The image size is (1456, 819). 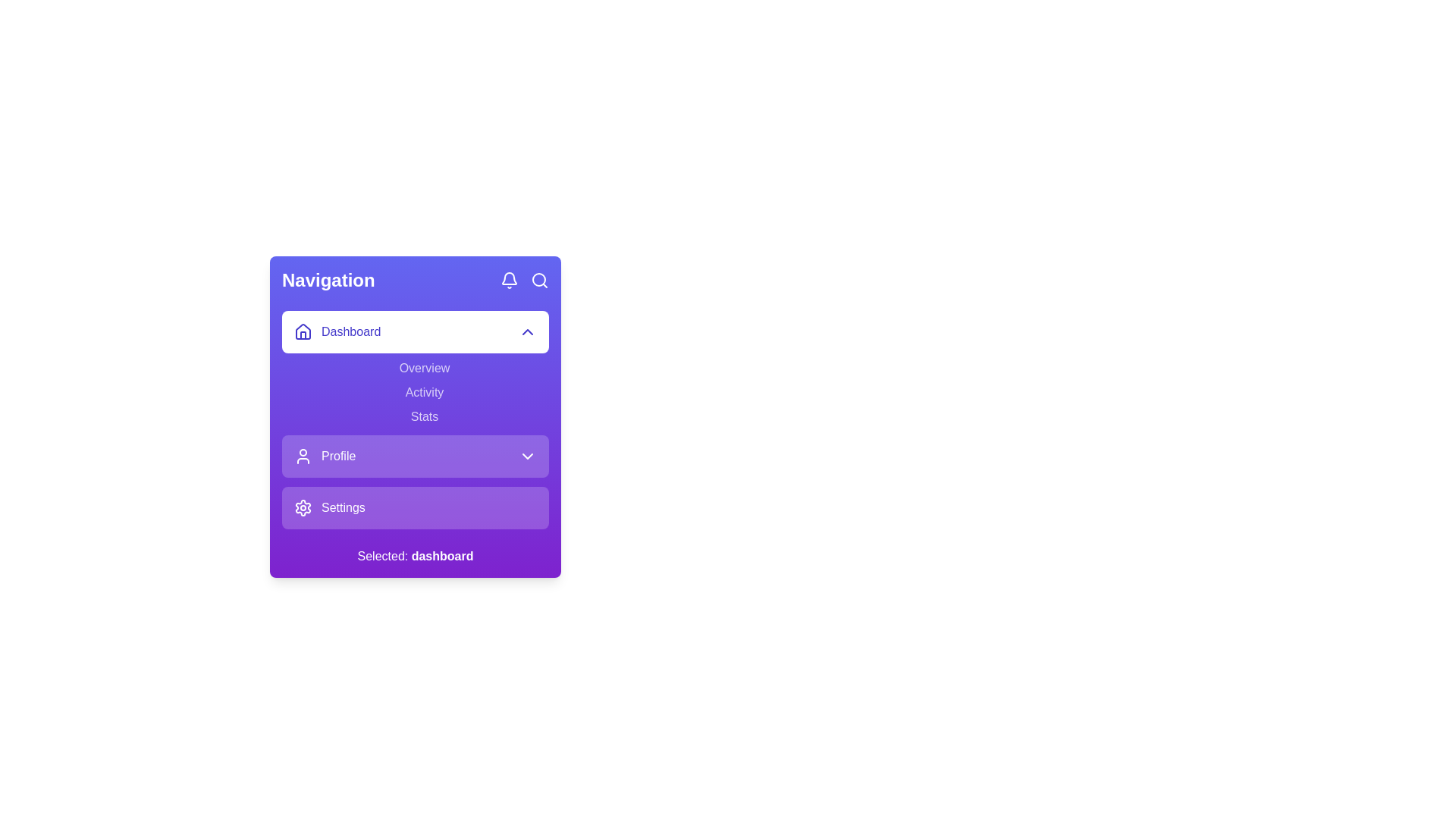 I want to click on the navigation link in the 'Dashboard' section that allows access to statistics-related content, which is the third item in the vertical list after 'Overview' and 'Activity', so click(x=425, y=417).